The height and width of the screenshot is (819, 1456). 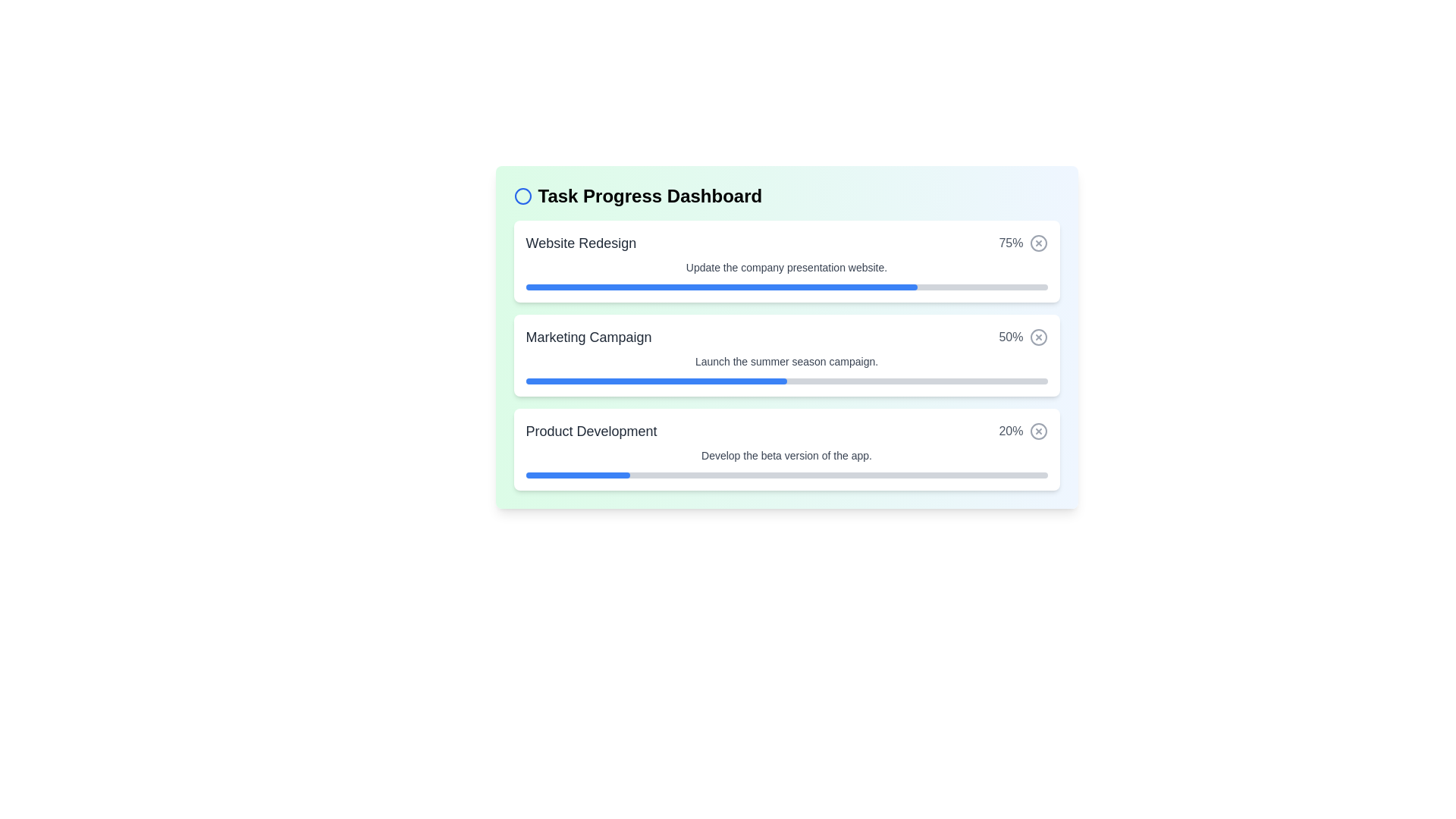 I want to click on progress bar located within the 'Marketing Campaign' card, which is a horizontal bar with a gray background and blue progress section, positioned beneath the text 'Launch the summer season campaign.', so click(x=786, y=380).